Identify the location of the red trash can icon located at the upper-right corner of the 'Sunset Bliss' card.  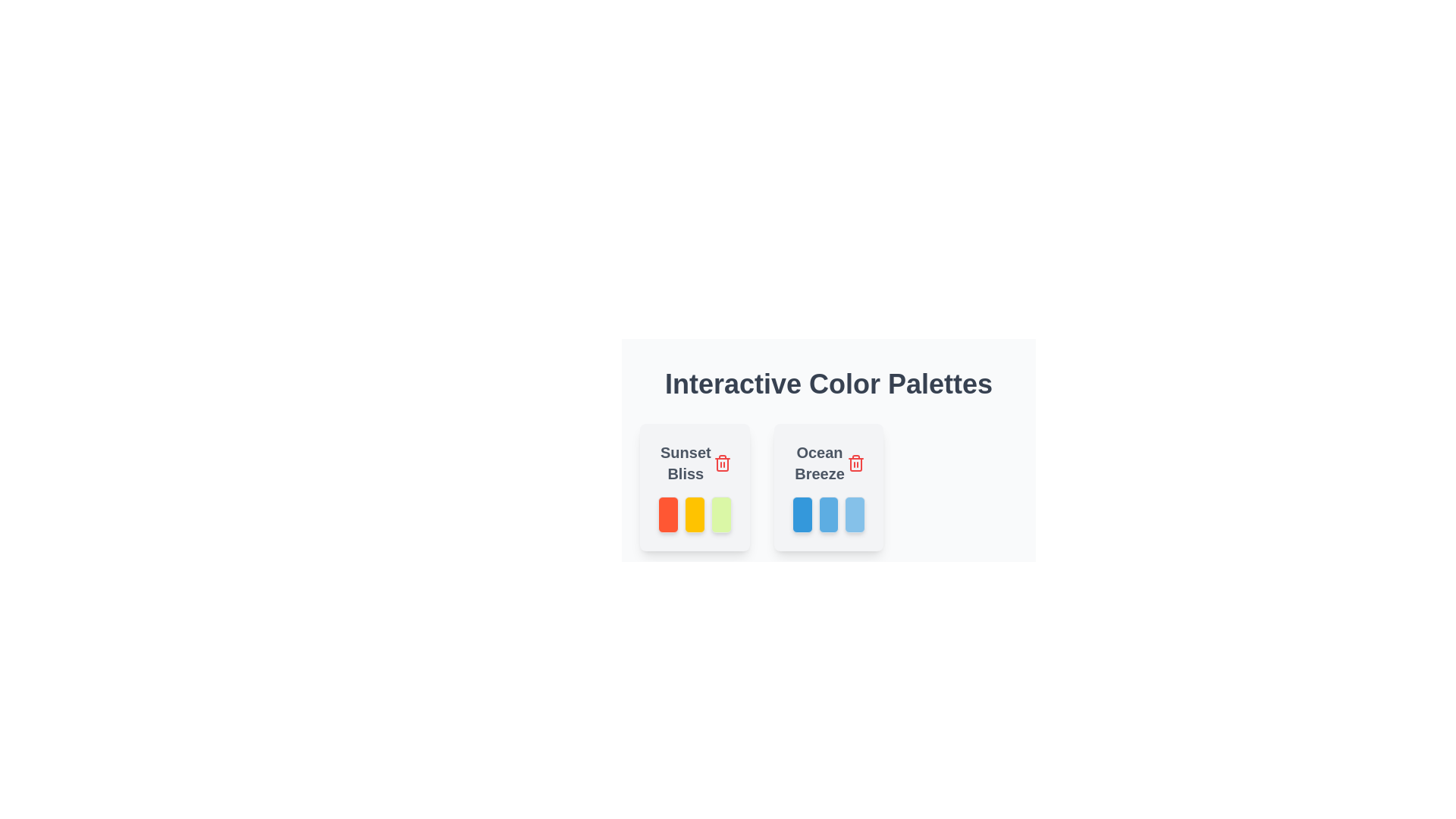
(721, 462).